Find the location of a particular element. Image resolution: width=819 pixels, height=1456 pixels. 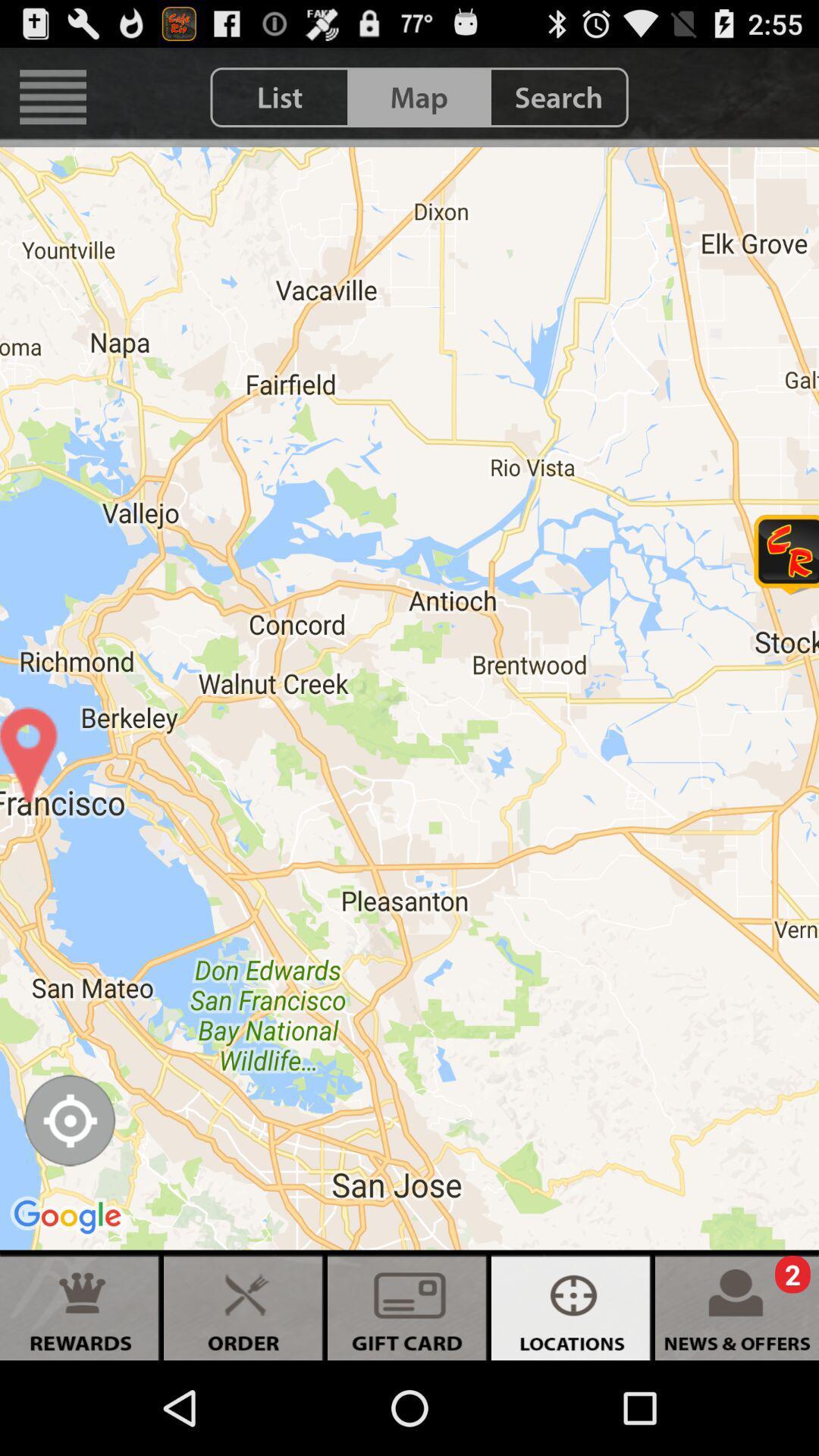

icon next to the list icon is located at coordinates (52, 96).